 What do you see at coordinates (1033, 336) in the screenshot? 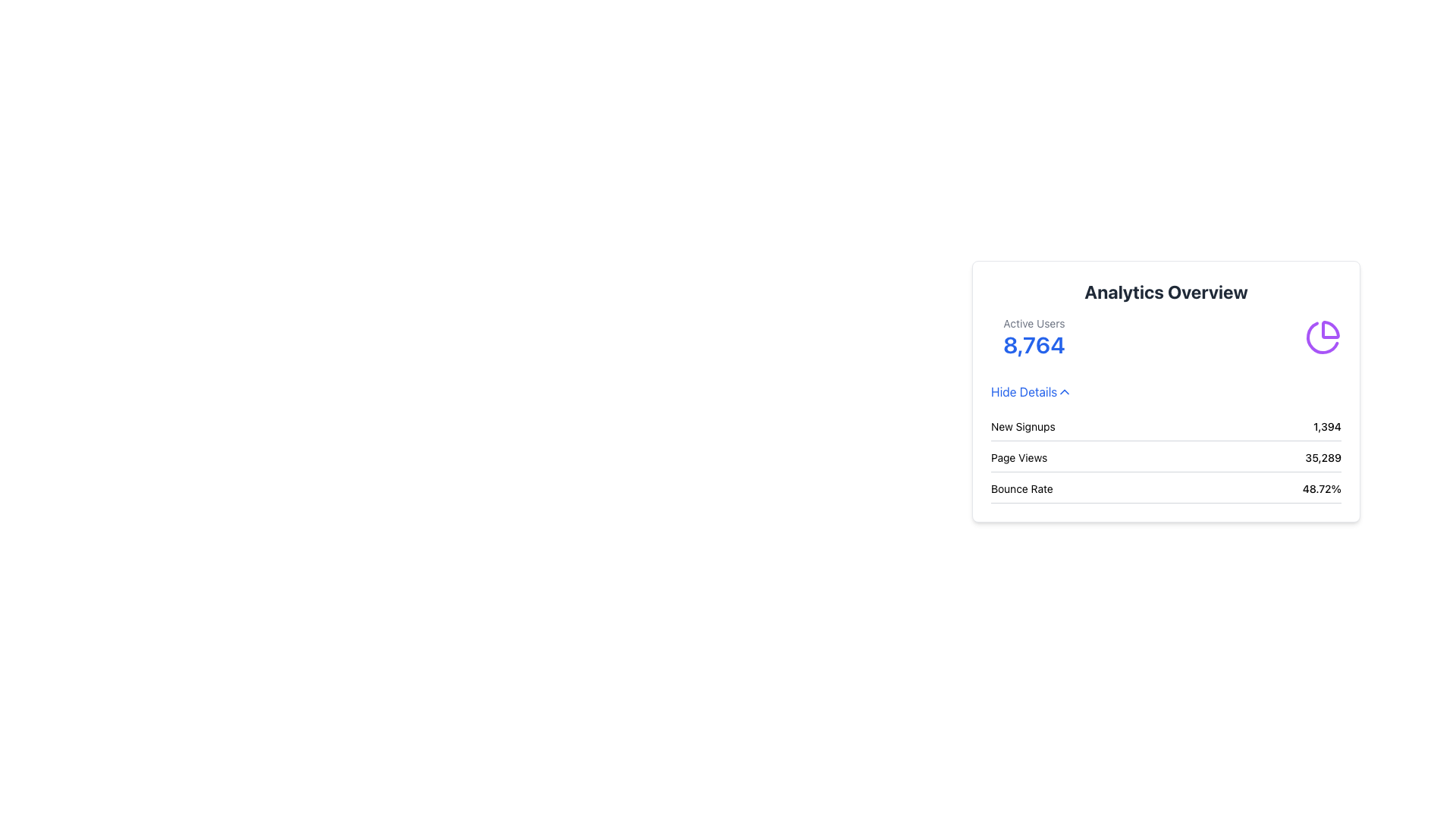
I see `the Statistical Label with Value that shows the current count of active users located in the Analytics Overview section, specifically the leftmost textual element adjacent to an icon` at bounding box center [1033, 336].